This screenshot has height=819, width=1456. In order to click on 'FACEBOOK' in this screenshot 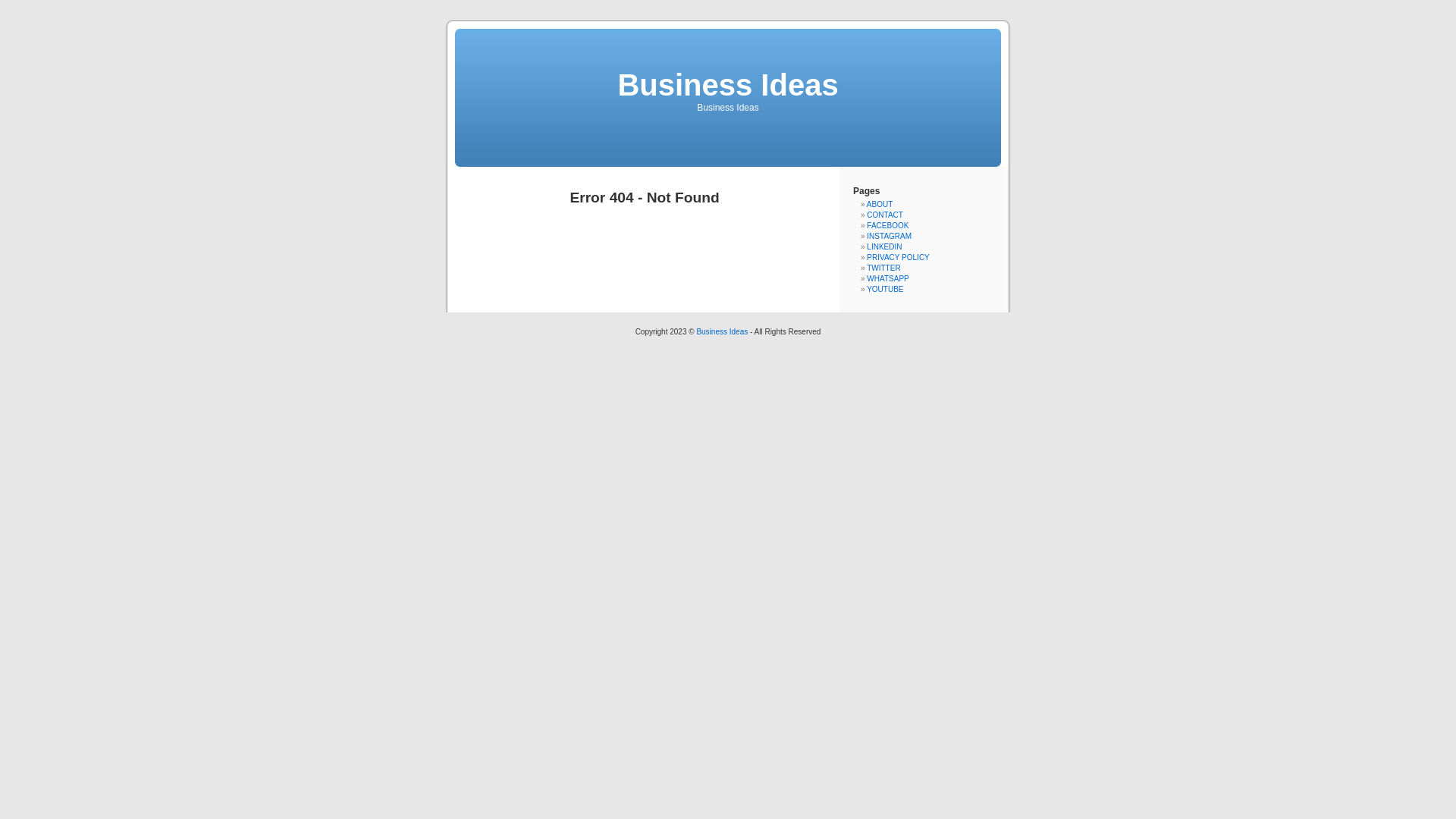, I will do `click(887, 225)`.